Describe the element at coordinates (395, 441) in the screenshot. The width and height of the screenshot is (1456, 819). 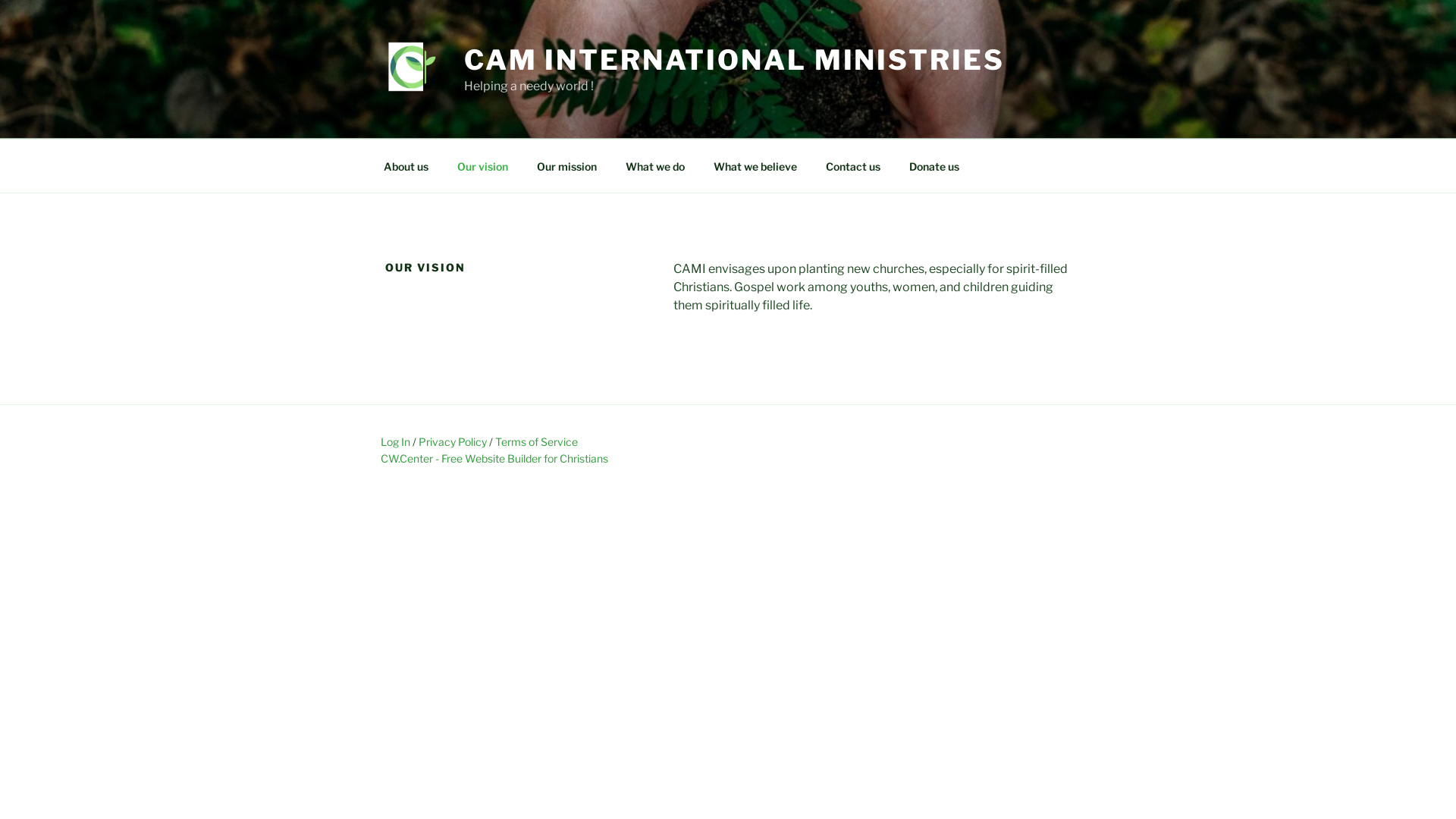
I see `'Log In'` at that location.